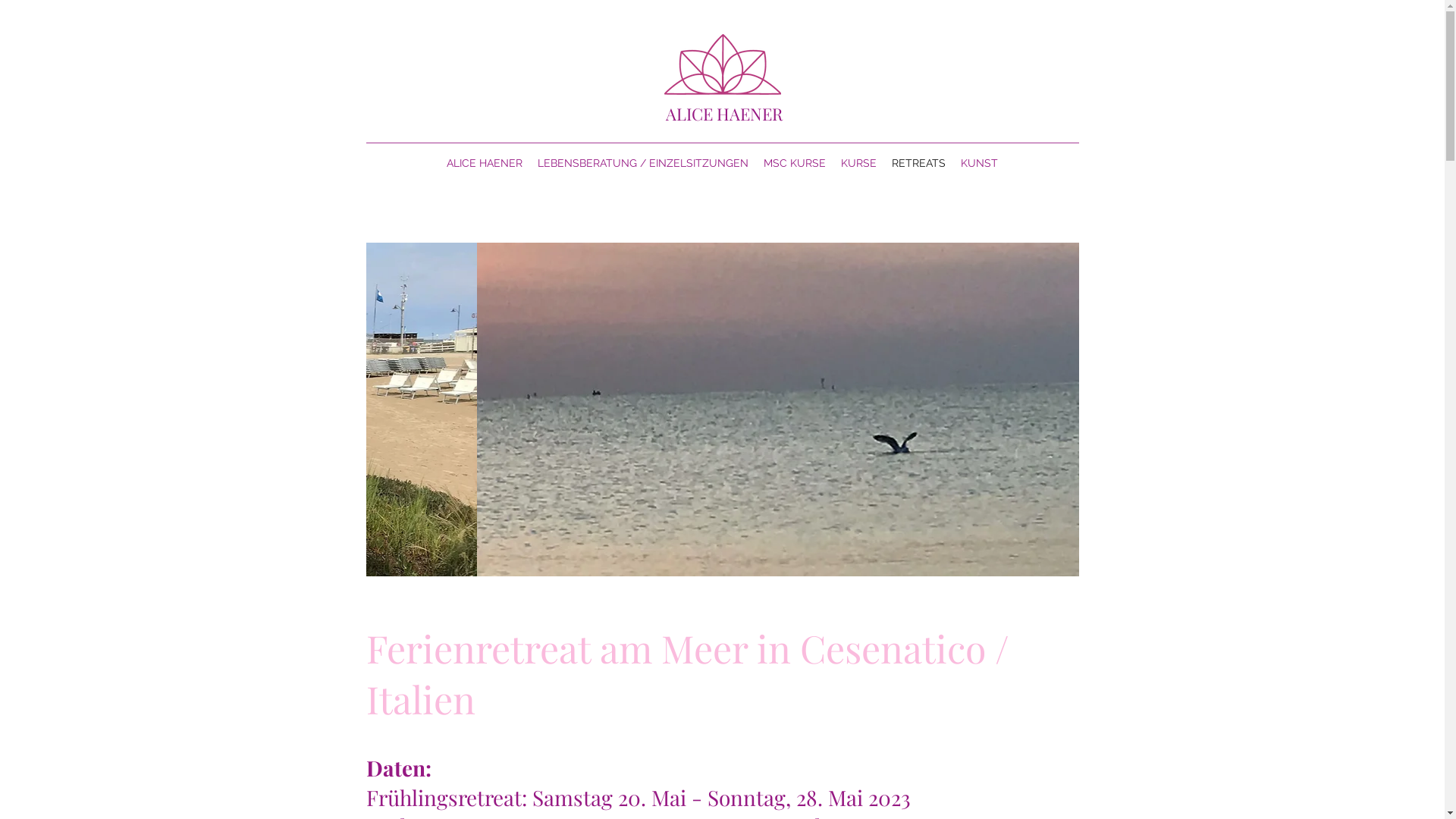  What do you see at coordinates (979, 163) in the screenshot?
I see `'KUNST'` at bounding box center [979, 163].